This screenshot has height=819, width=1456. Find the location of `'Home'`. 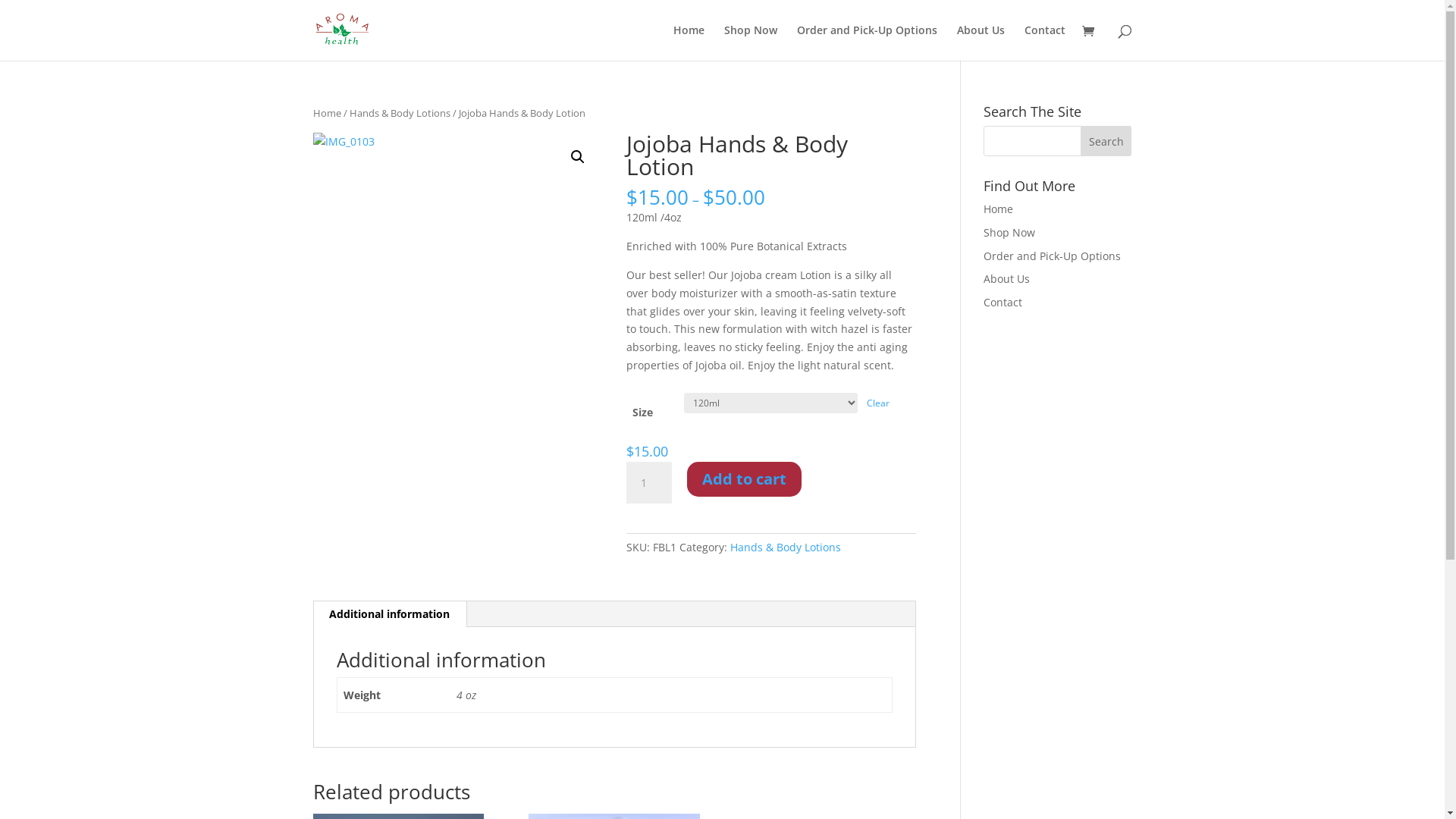

'Home' is located at coordinates (673, 42).